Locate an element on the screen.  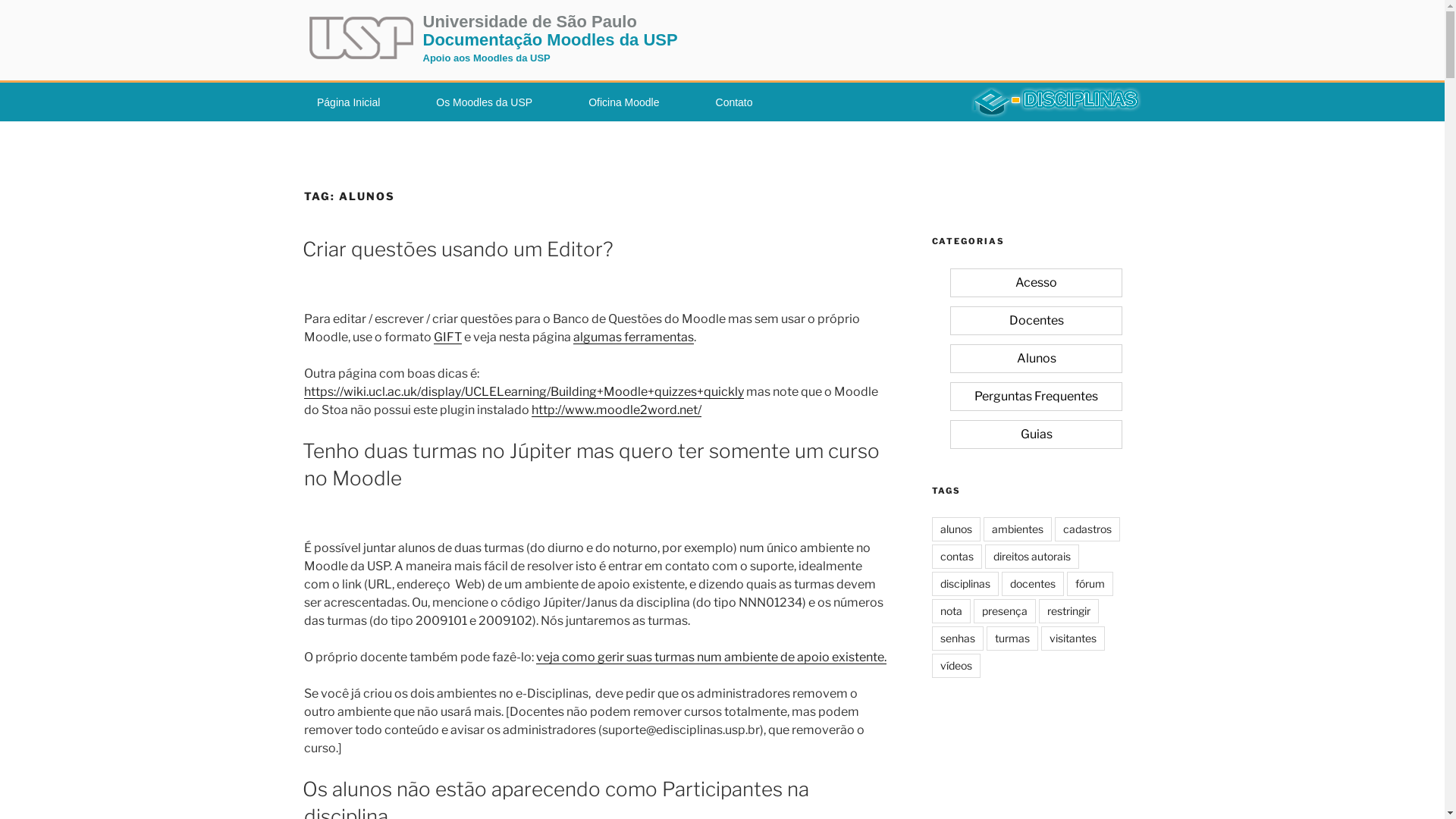
'alunos' is located at coordinates (954, 529).